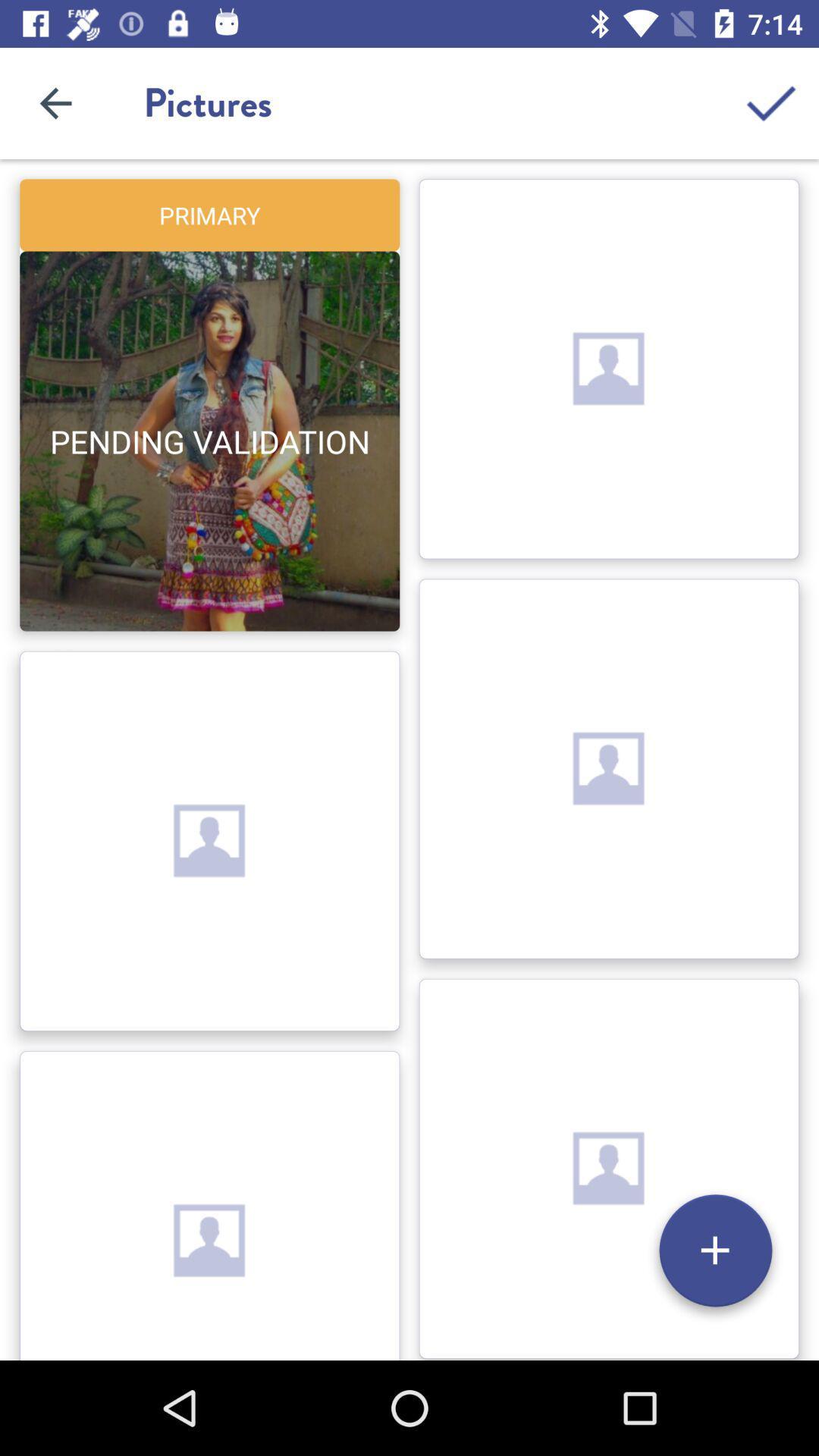 Image resolution: width=819 pixels, height=1456 pixels. What do you see at coordinates (715, 1257) in the screenshot?
I see `the add icon` at bounding box center [715, 1257].